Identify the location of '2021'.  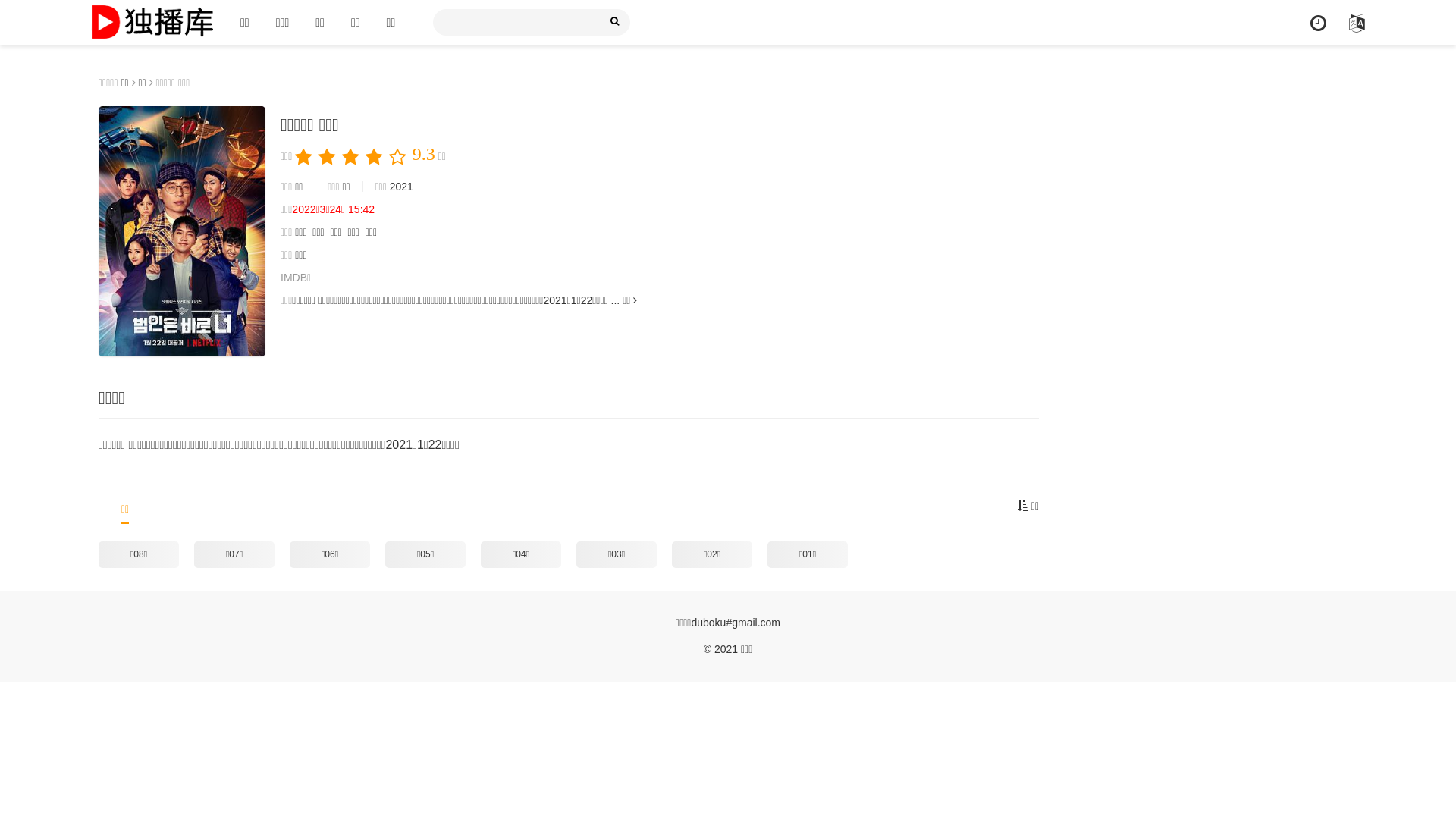
(401, 186).